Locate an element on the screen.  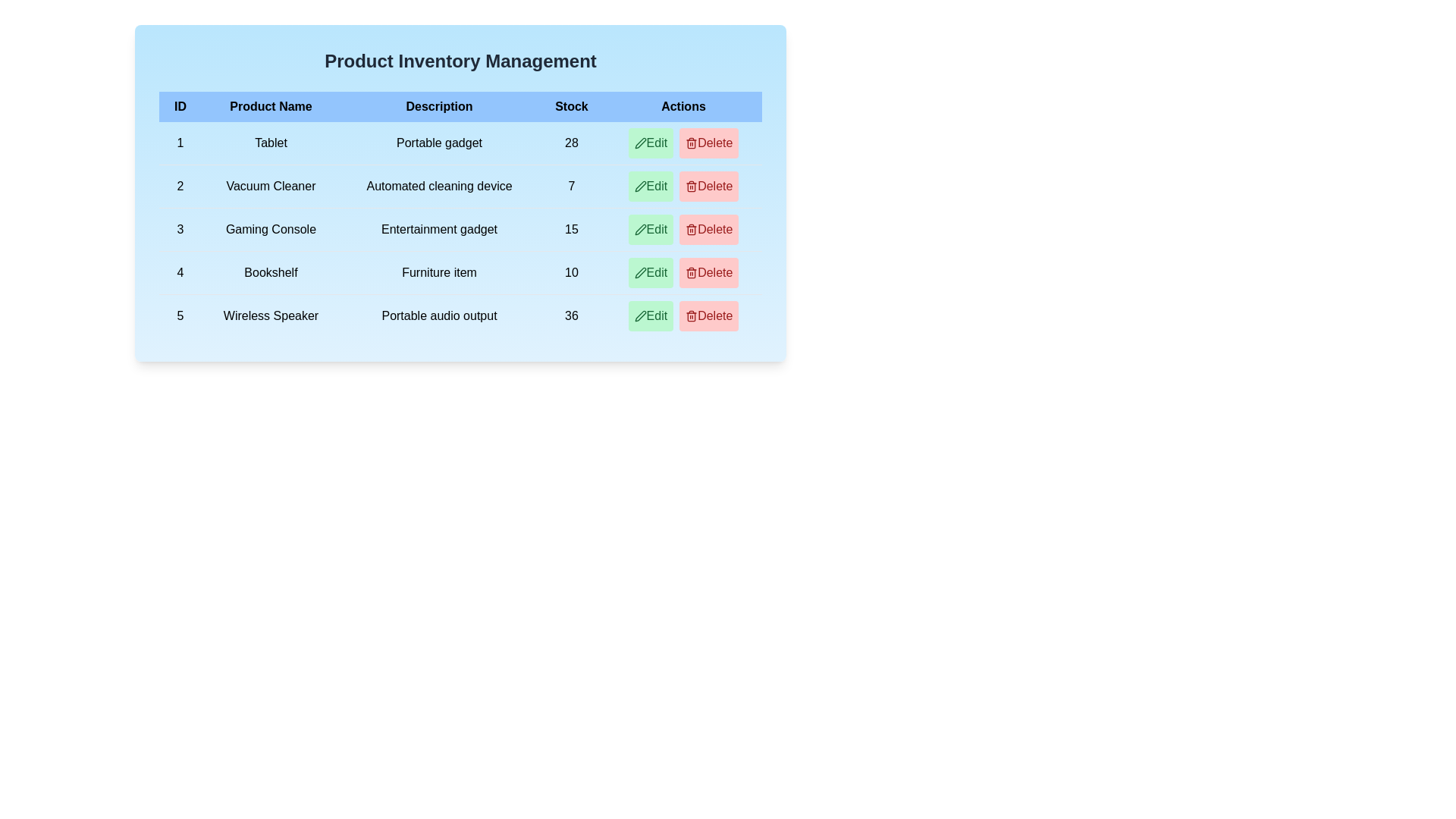
the red trash bin icon button located in the third row of the actions column, which indicates a delete action is located at coordinates (691, 230).